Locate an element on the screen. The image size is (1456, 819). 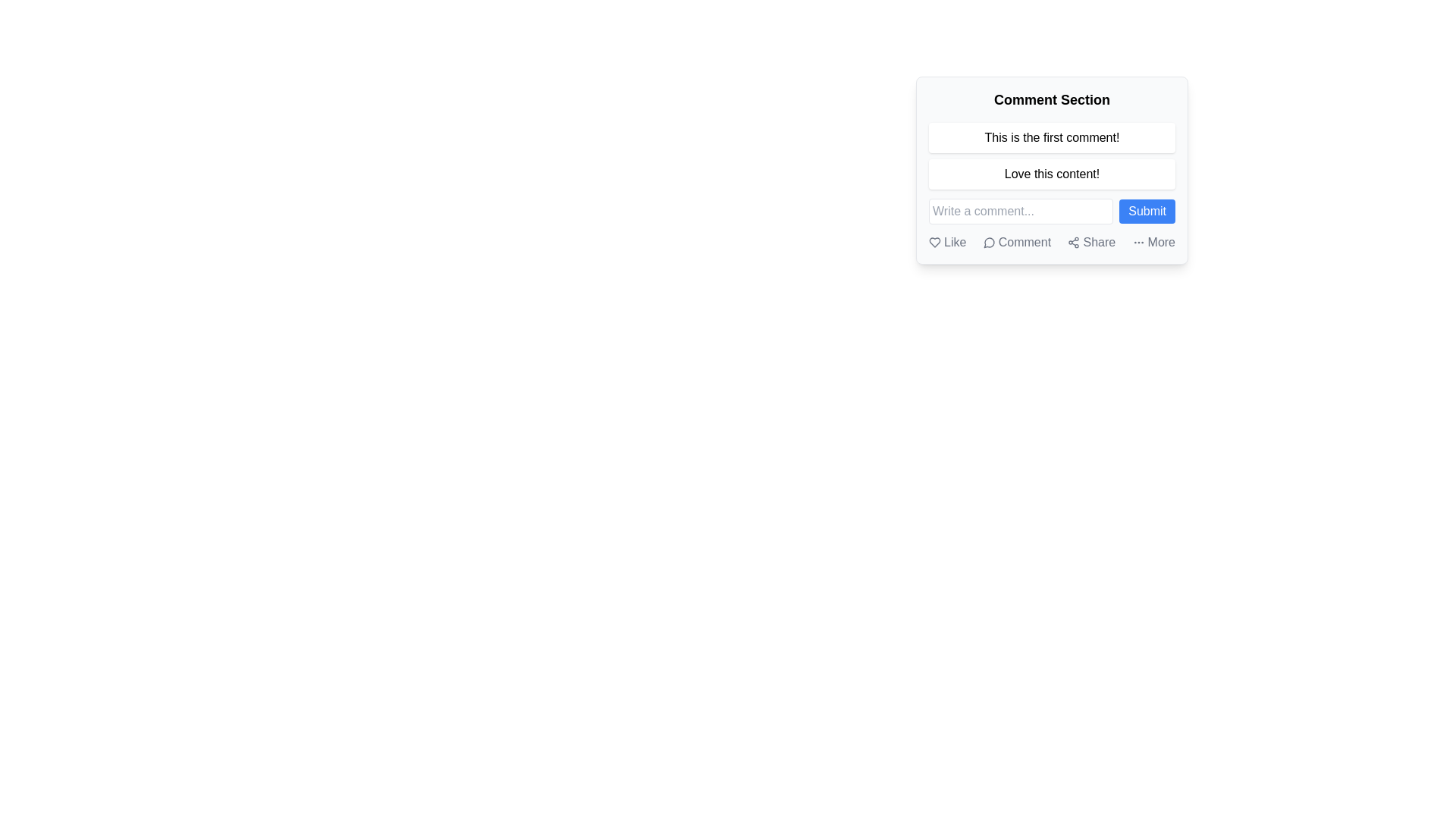
the Text Display Box that shows user comments, positioned directly below the first comment box is located at coordinates (1051, 174).